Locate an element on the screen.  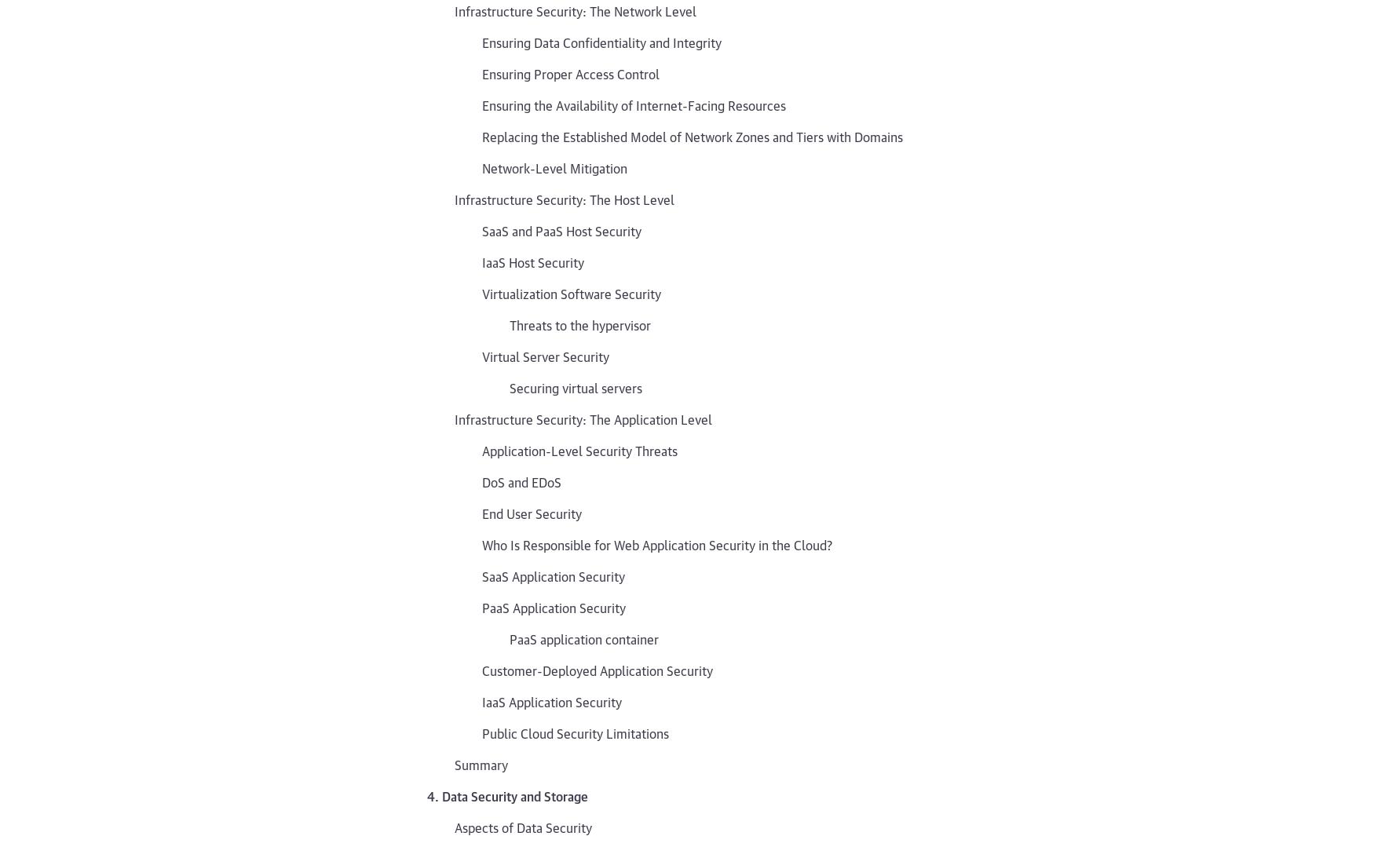
'Threats to the hypervisor' is located at coordinates (579, 323).